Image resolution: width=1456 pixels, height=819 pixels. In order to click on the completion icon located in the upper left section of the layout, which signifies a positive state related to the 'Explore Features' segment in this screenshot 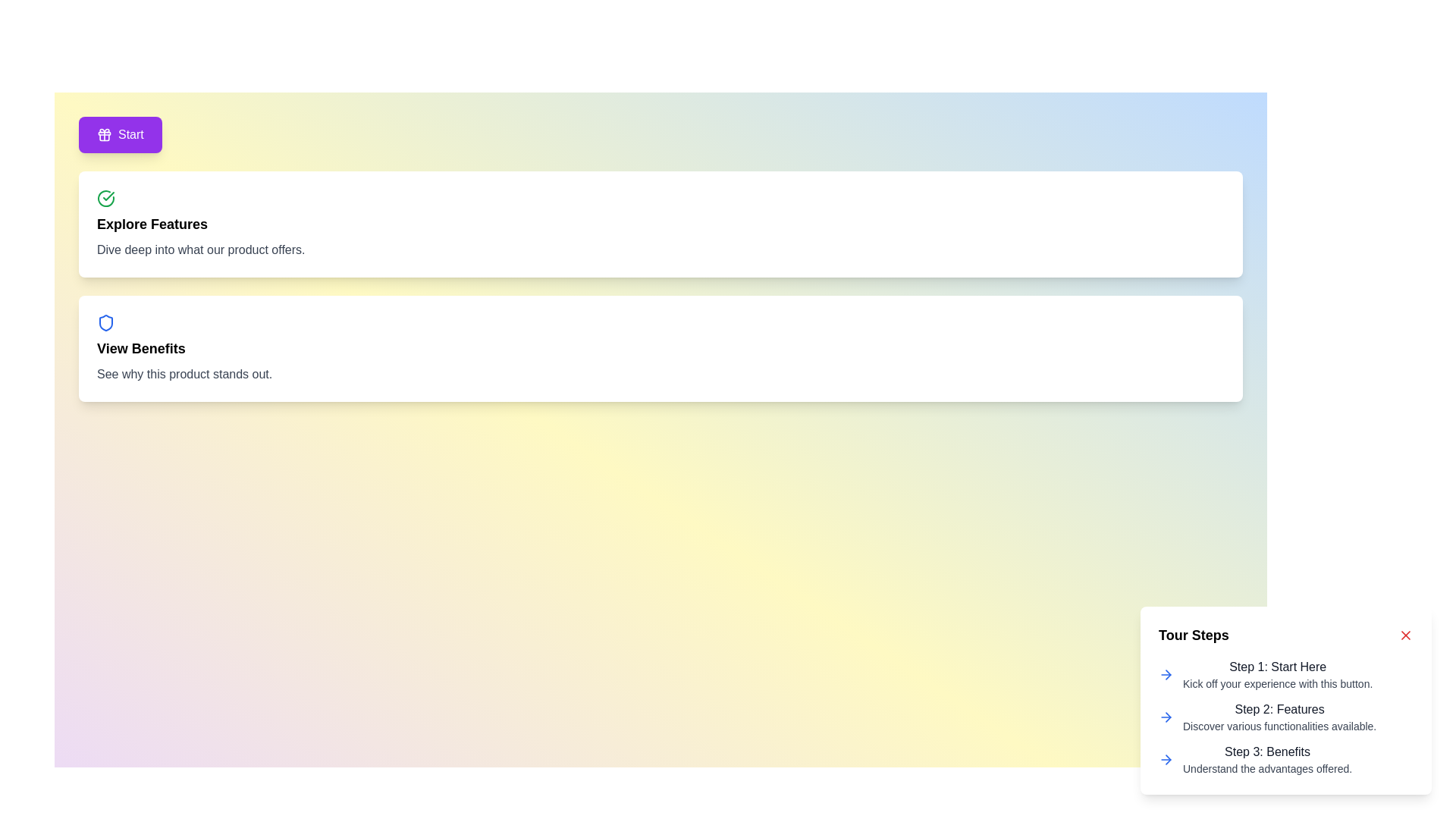, I will do `click(108, 195)`.